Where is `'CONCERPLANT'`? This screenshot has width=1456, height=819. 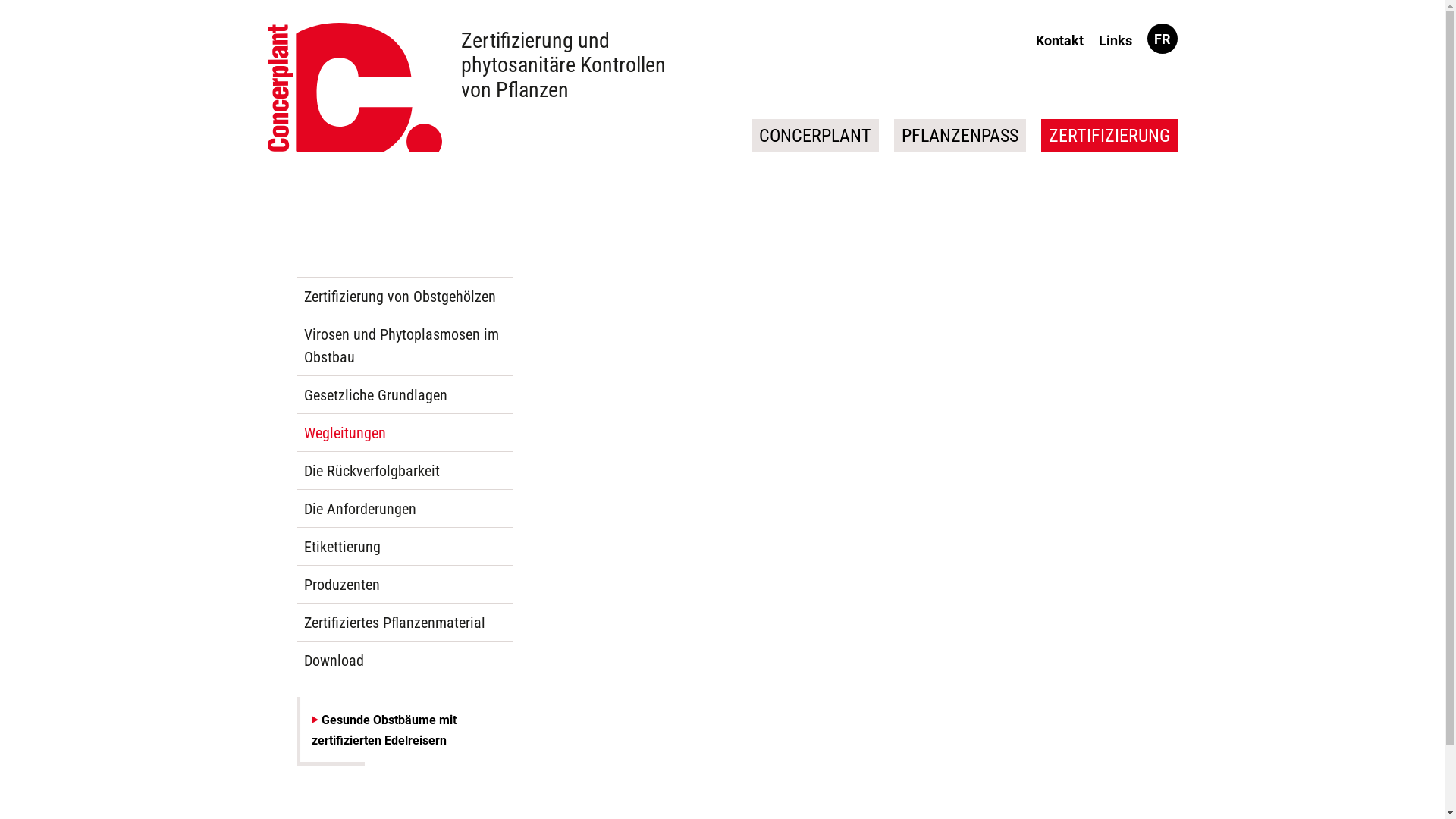 'CONCERPLANT' is located at coordinates (814, 134).